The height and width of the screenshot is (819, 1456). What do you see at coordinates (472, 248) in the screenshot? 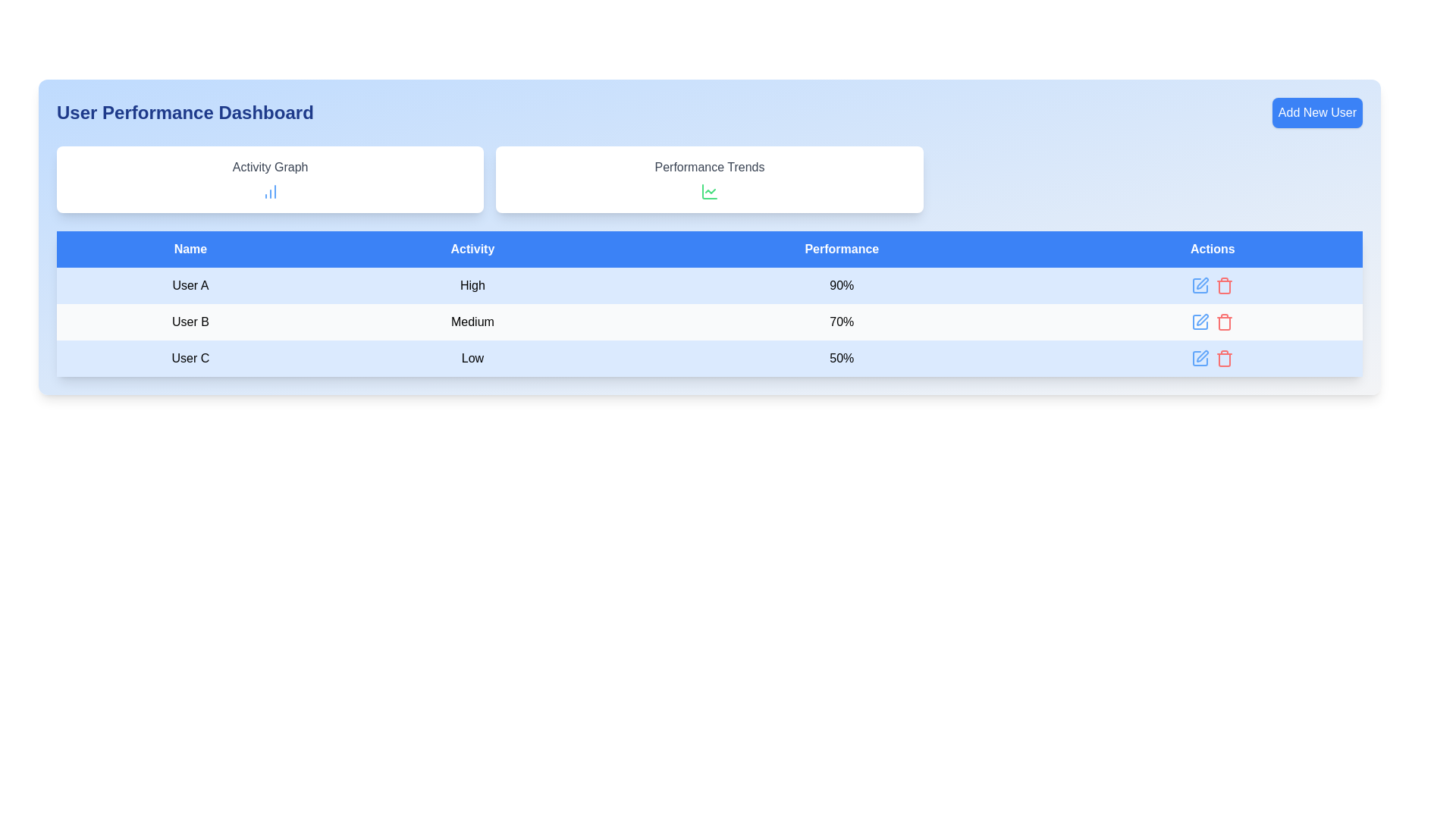
I see `the blue rectangular bar labeled 'Activity', which is the second column header in a table, positioned between the 'Name' and 'Performance' column headers` at bounding box center [472, 248].